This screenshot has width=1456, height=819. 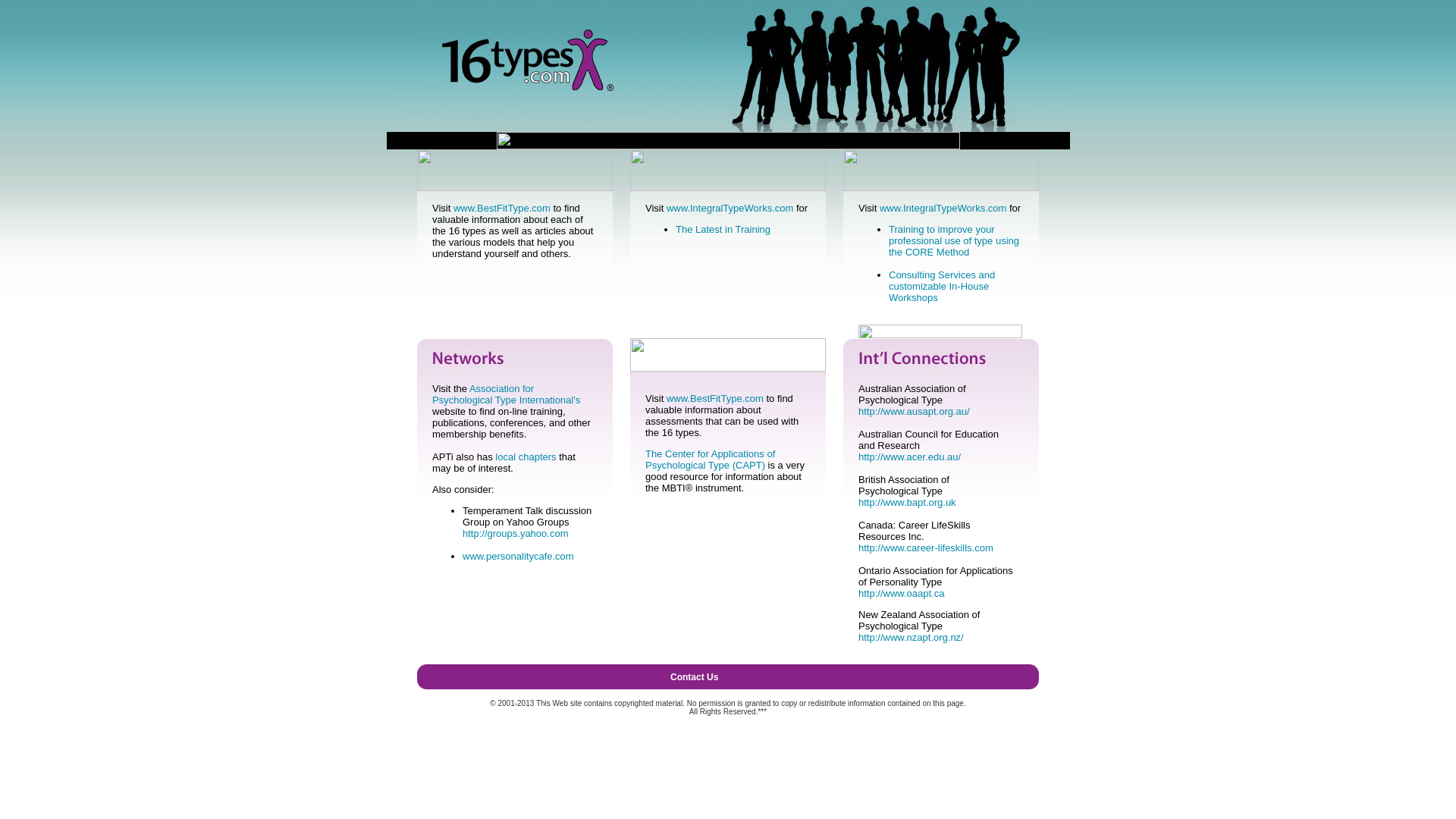 What do you see at coordinates (909, 456) in the screenshot?
I see `'http://www.acer.edu.au/'` at bounding box center [909, 456].